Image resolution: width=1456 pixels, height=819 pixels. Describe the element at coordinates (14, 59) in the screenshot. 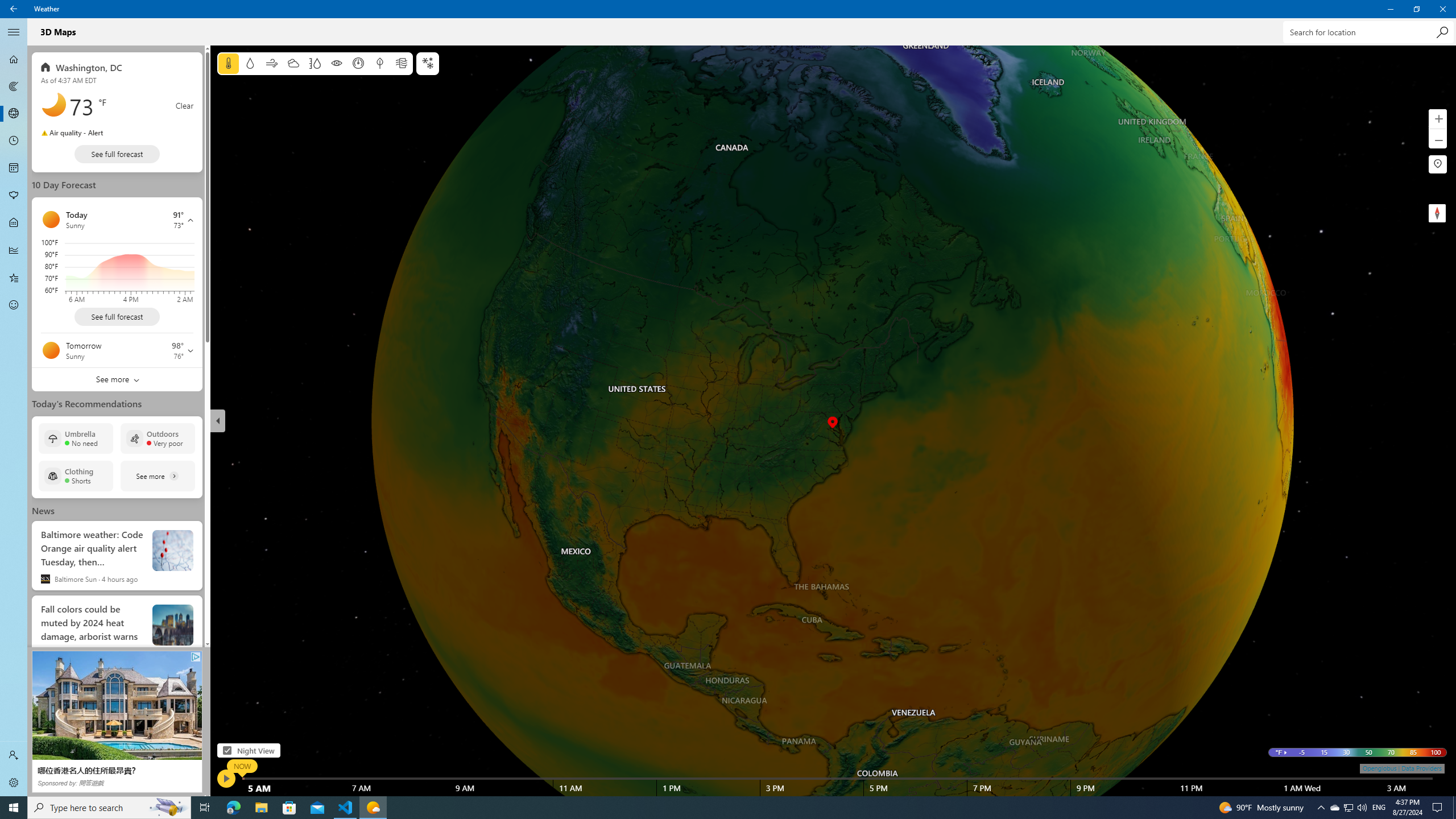

I see `'Forecast - Not Selected'` at that location.